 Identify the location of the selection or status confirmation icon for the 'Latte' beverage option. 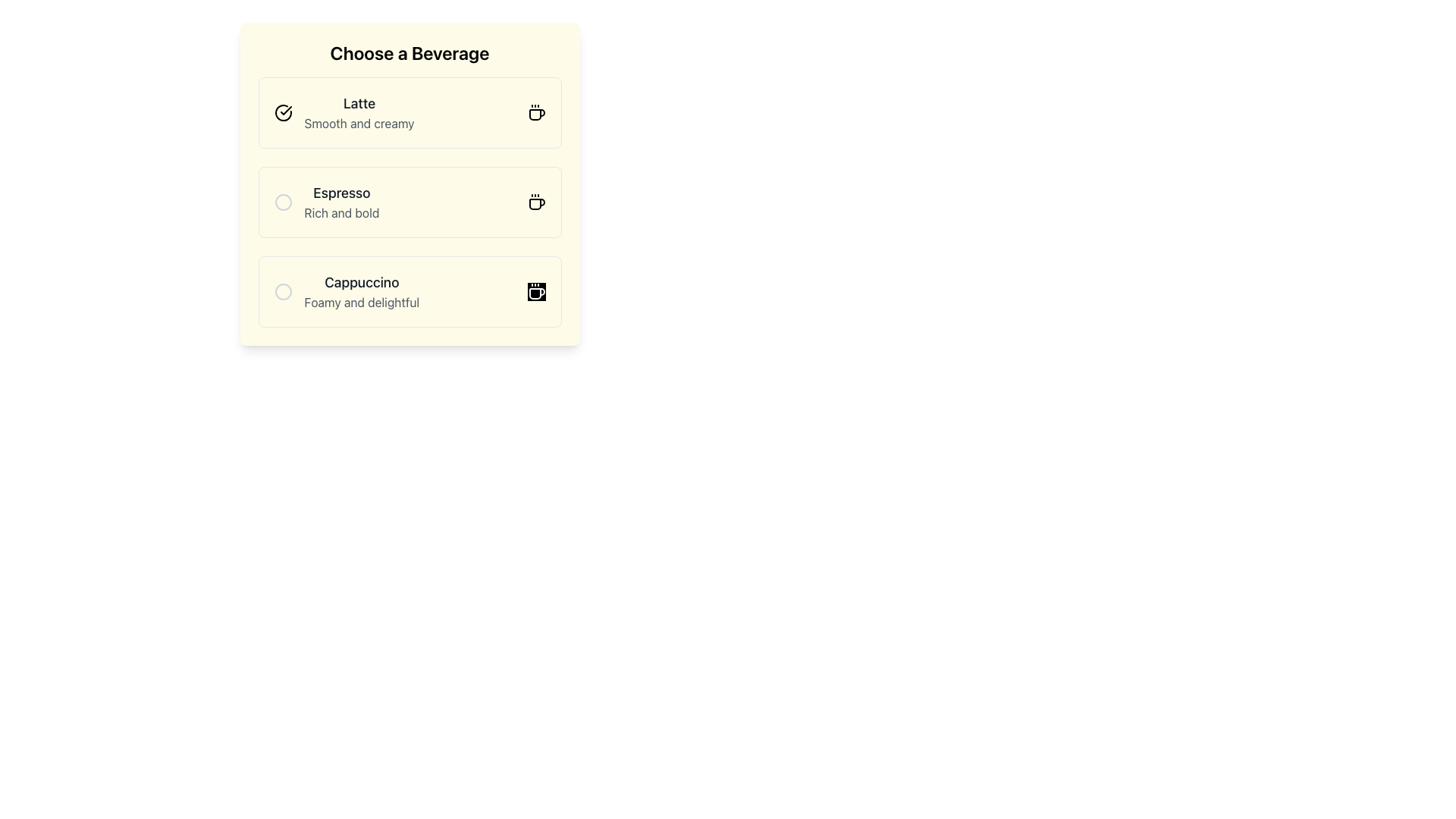
(283, 112).